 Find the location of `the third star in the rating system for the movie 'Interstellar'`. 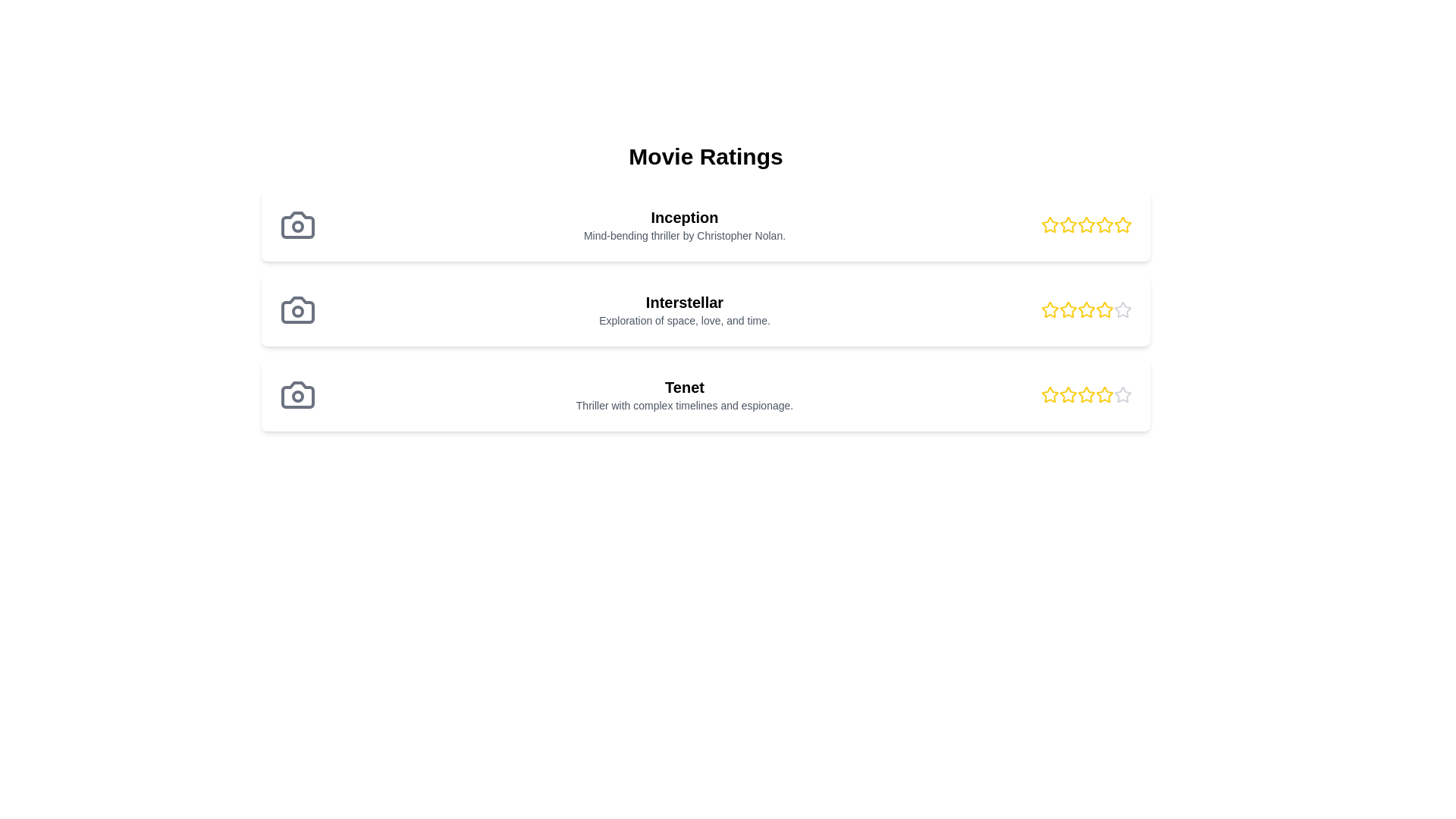

the third star in the rating system for the movie 'Interstellar' is located at coordinates (1086, 309).